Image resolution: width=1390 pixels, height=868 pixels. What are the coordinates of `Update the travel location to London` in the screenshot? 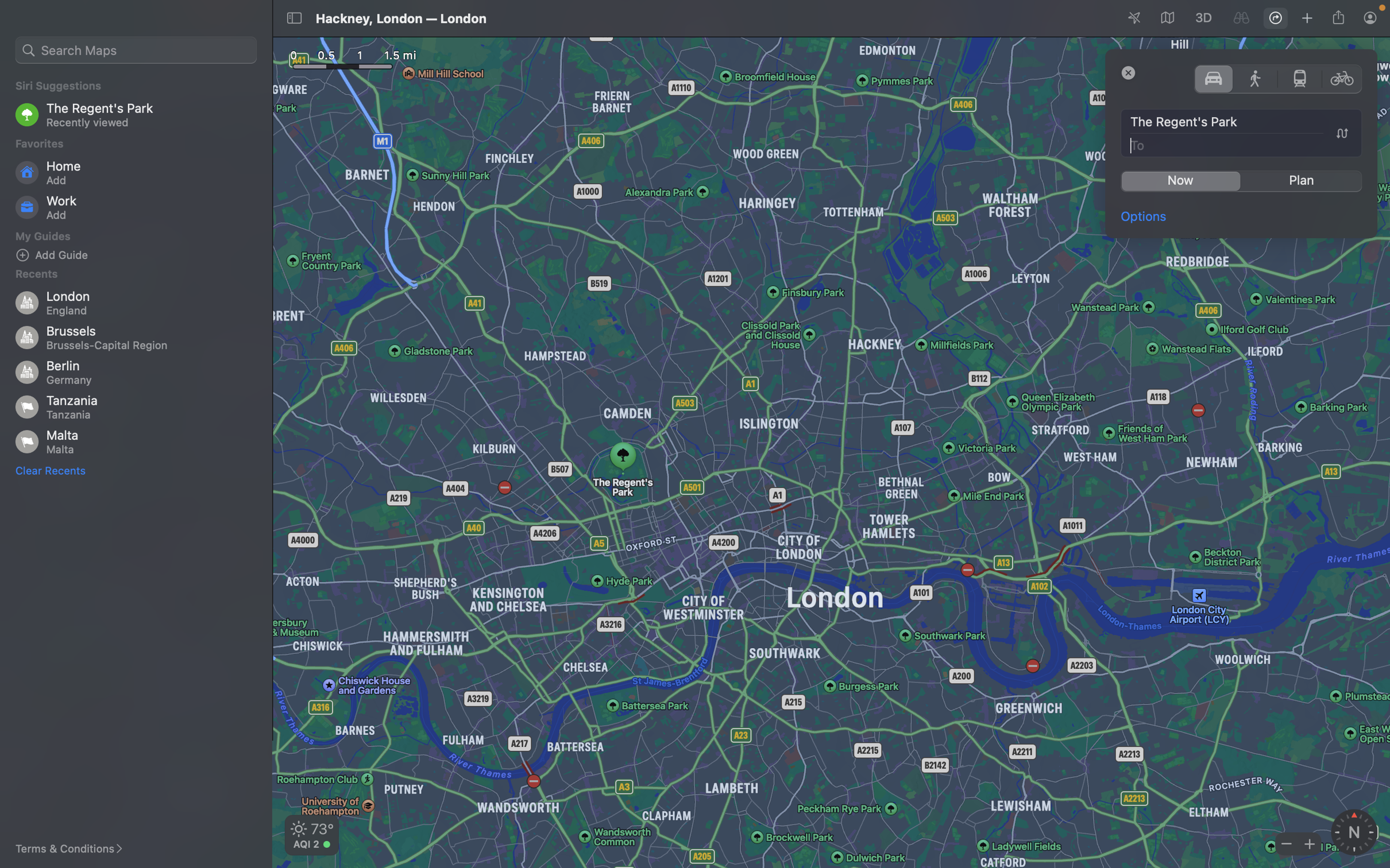 It's located at (1242, 144).